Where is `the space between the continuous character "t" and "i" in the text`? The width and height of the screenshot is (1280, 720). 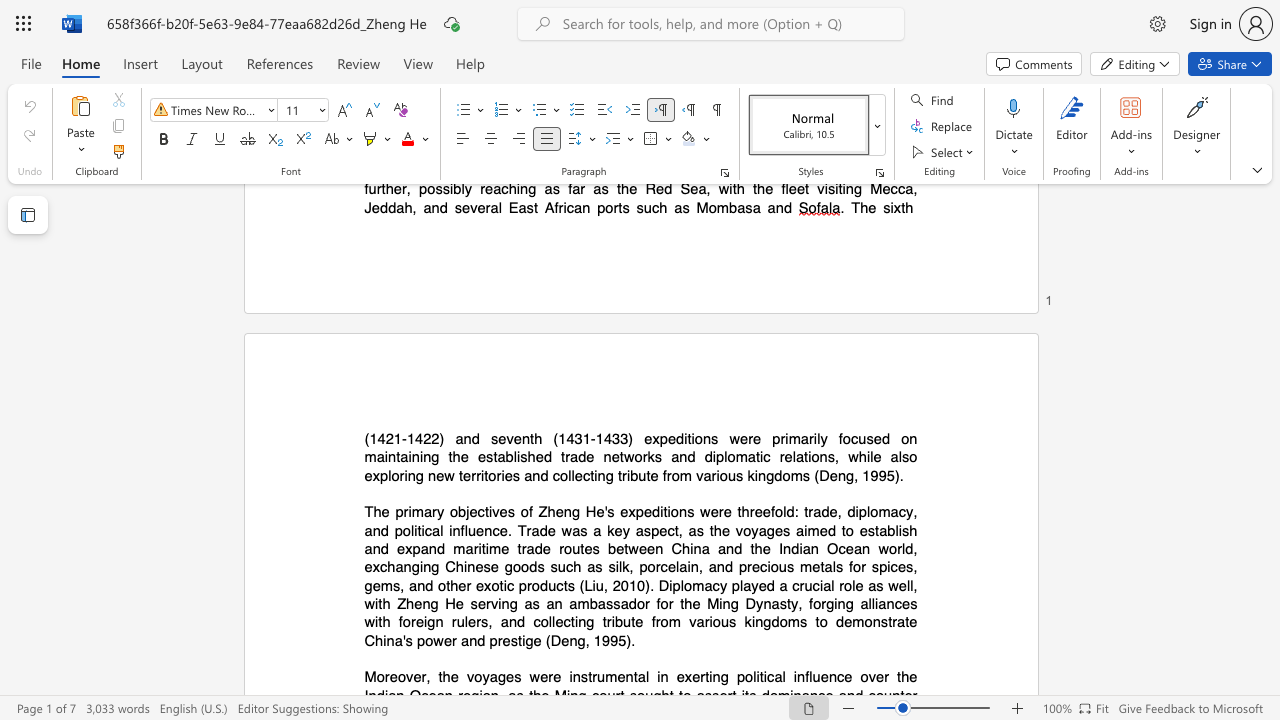
the space between the continuous character "t" and "i" in the text is located at coordinates (488, 511).